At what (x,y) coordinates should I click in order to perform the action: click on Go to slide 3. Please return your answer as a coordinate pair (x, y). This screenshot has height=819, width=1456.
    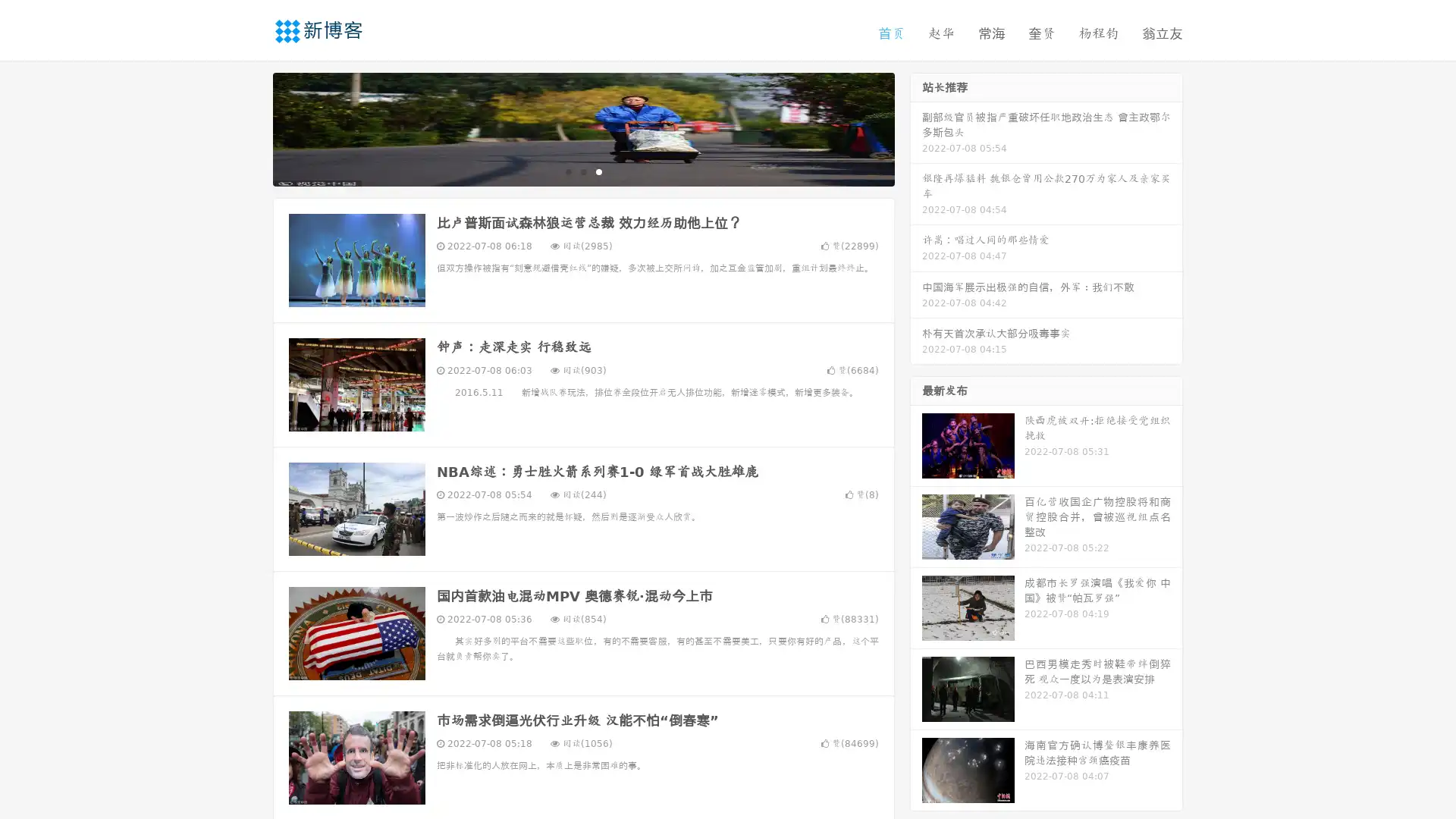
    Looking at the image, I should click on (598, 171).